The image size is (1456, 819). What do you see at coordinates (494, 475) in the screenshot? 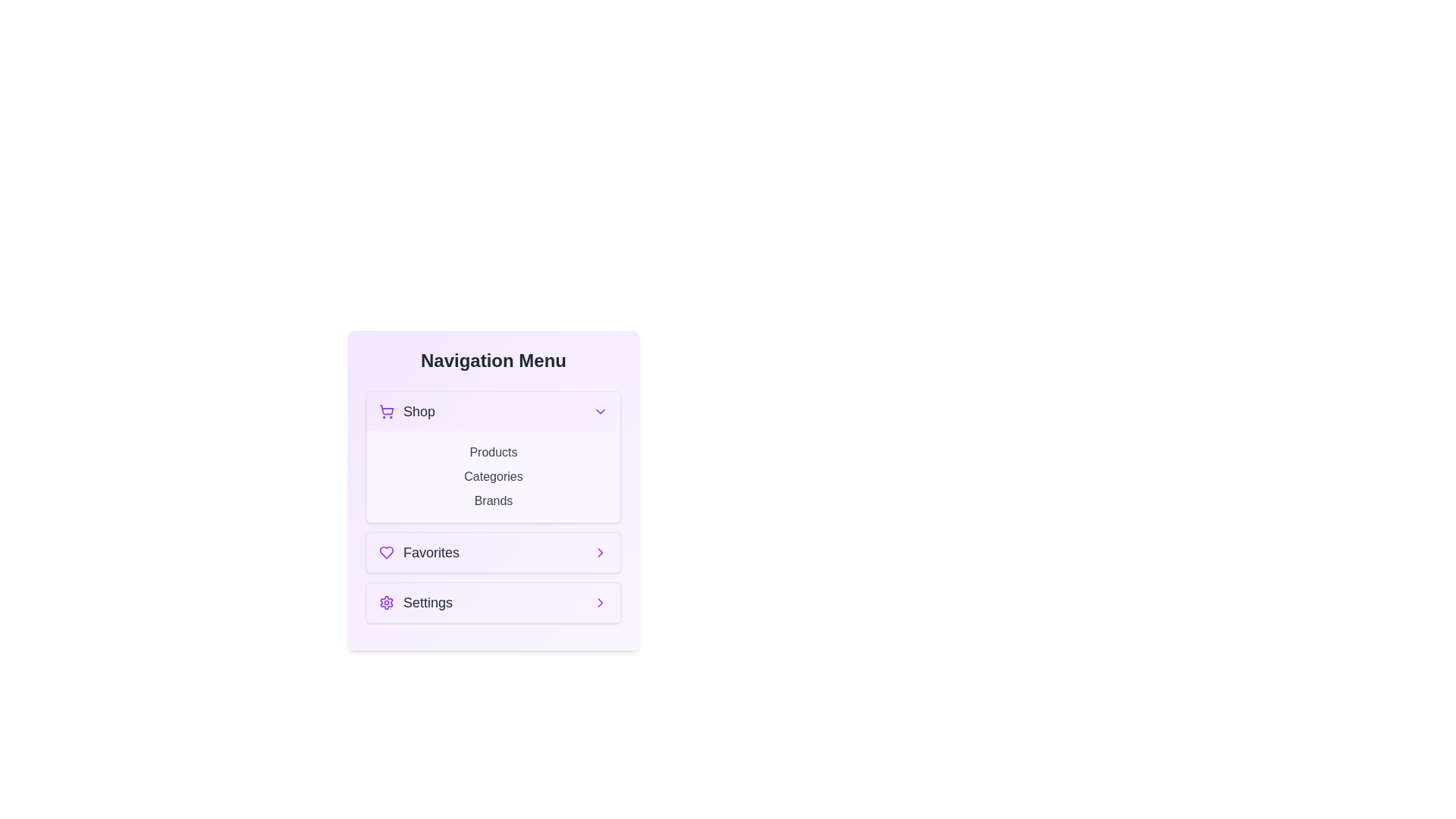
I see `the 'Categories' text label, which is the second item in the vertical stack of menu options under the 'Shop' section` at bounding box center [494, 475].